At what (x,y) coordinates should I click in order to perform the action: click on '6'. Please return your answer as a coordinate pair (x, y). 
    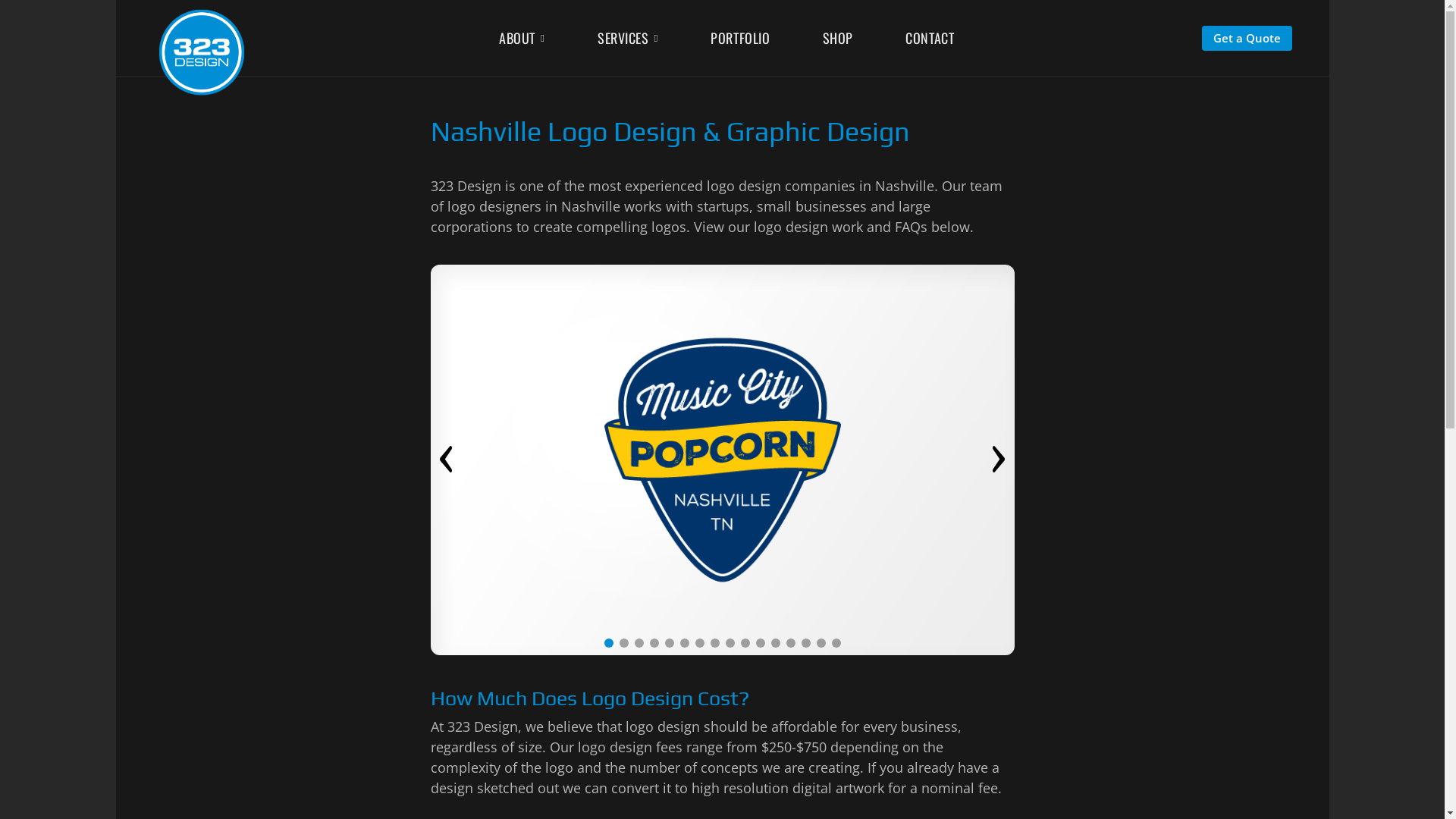
    Looking at the image, I should click on (683, 643).